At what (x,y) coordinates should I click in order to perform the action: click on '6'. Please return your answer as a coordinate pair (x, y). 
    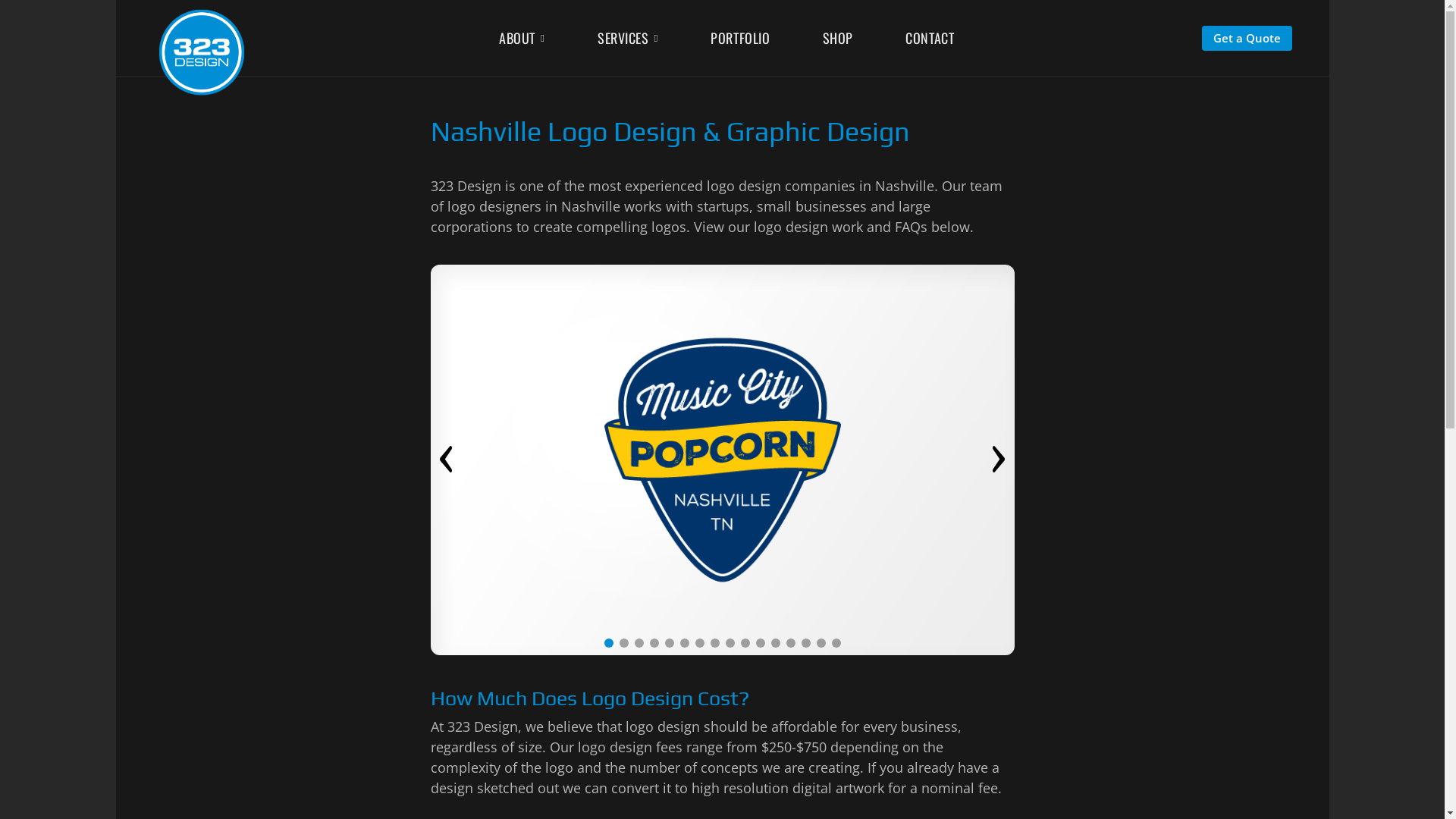
    Looking at the image, I should click on (683, 643).